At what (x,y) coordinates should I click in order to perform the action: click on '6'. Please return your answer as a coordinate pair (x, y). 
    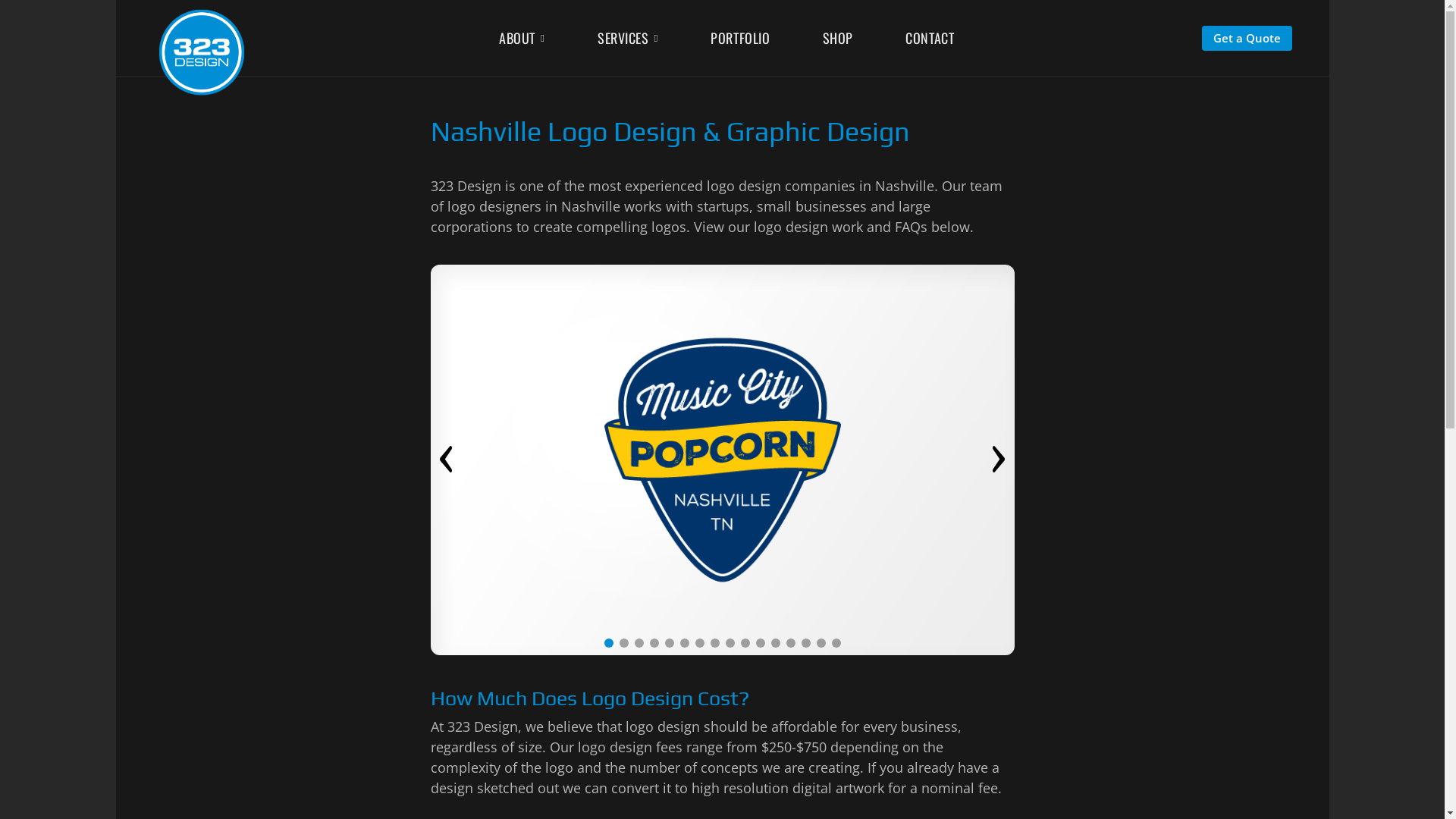
    Looking at the image, I should click on (683, 643).